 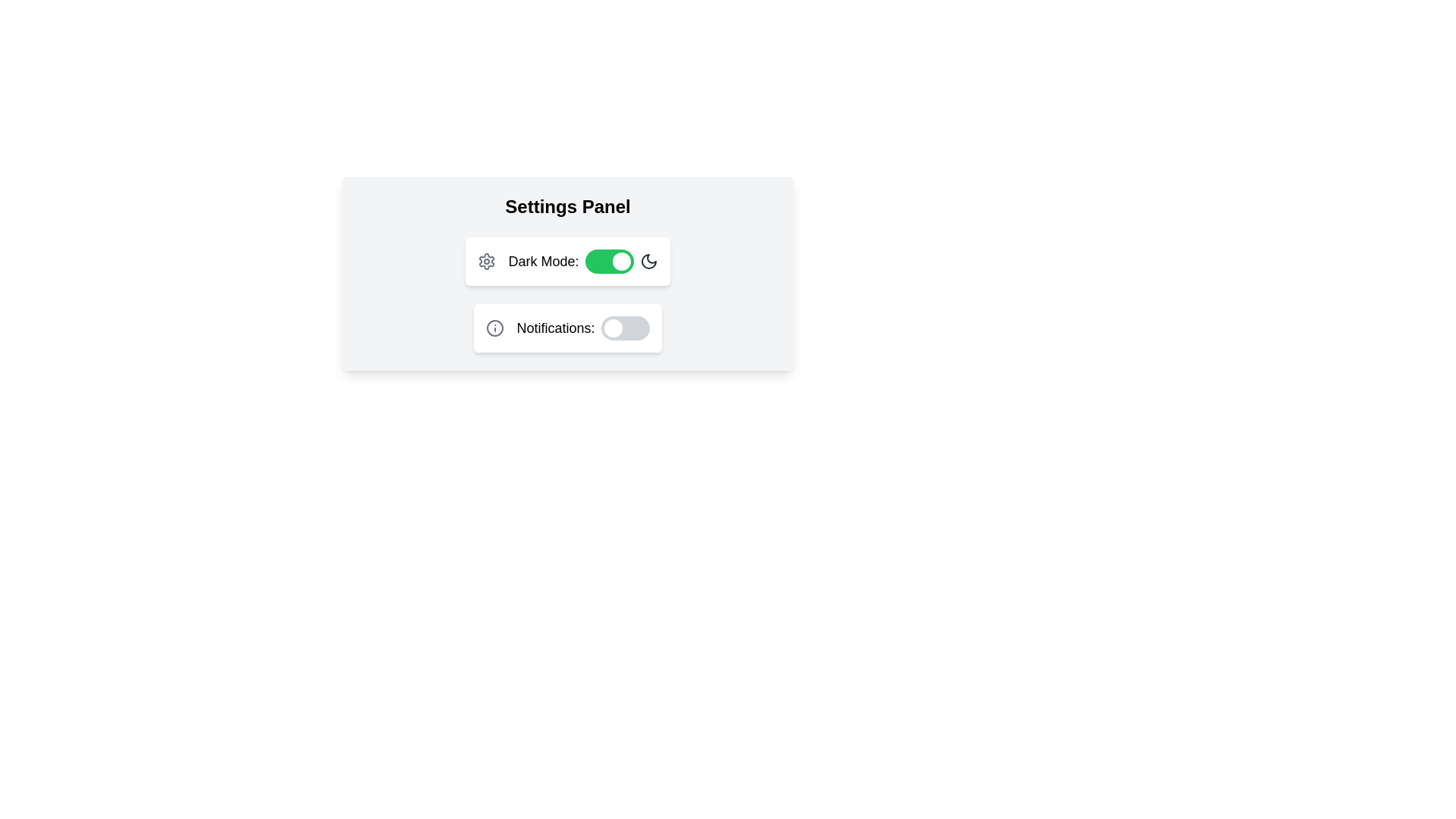 What do you see at coordinates (566, 327) in the screenshot?
I see `the information icon in the notifications settings control` at bounding box center [566, 327].